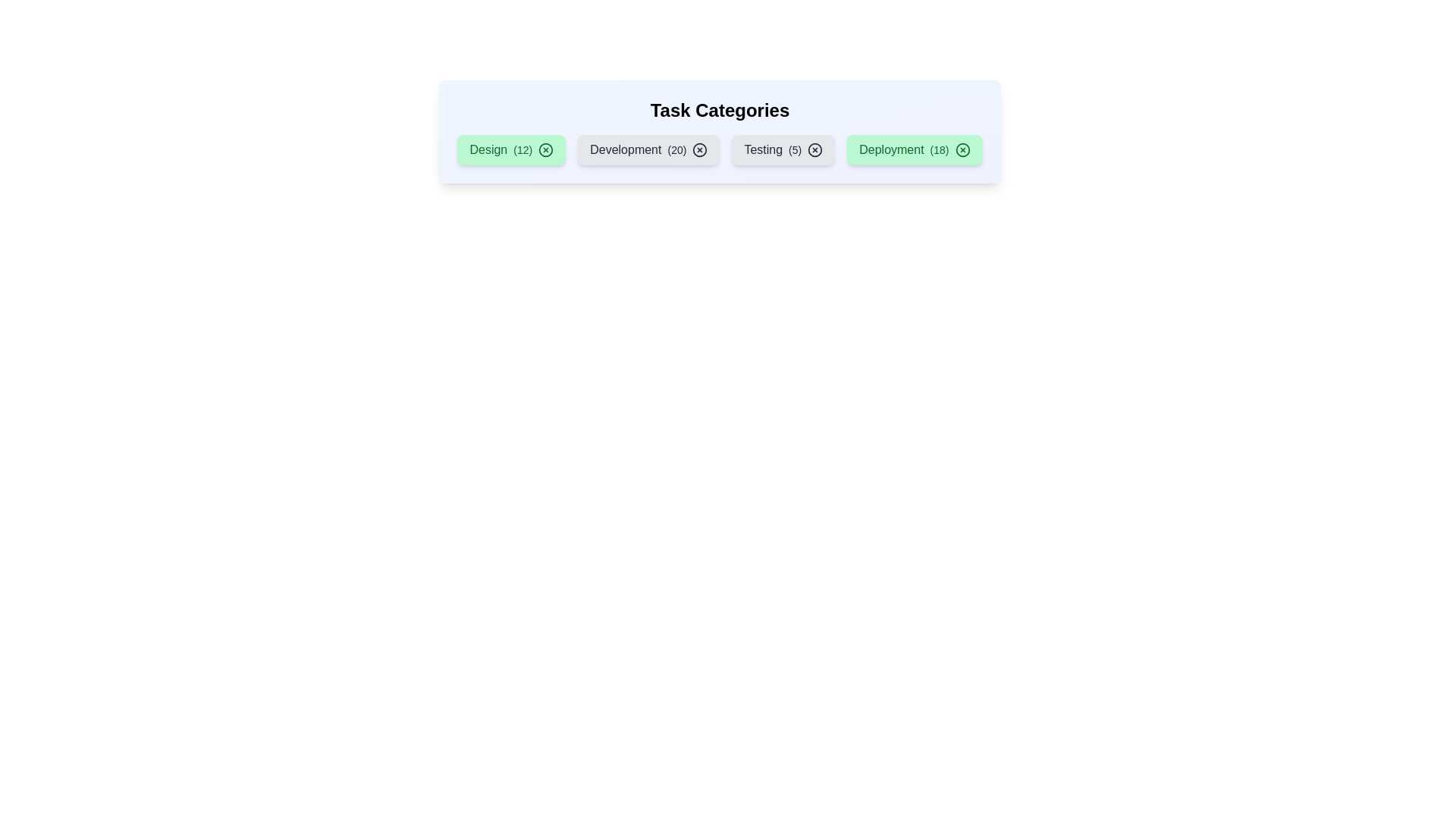  Describe the element at coordinates (783, 149) in the screenshot. I see `the chip labeled Testing` at that location.